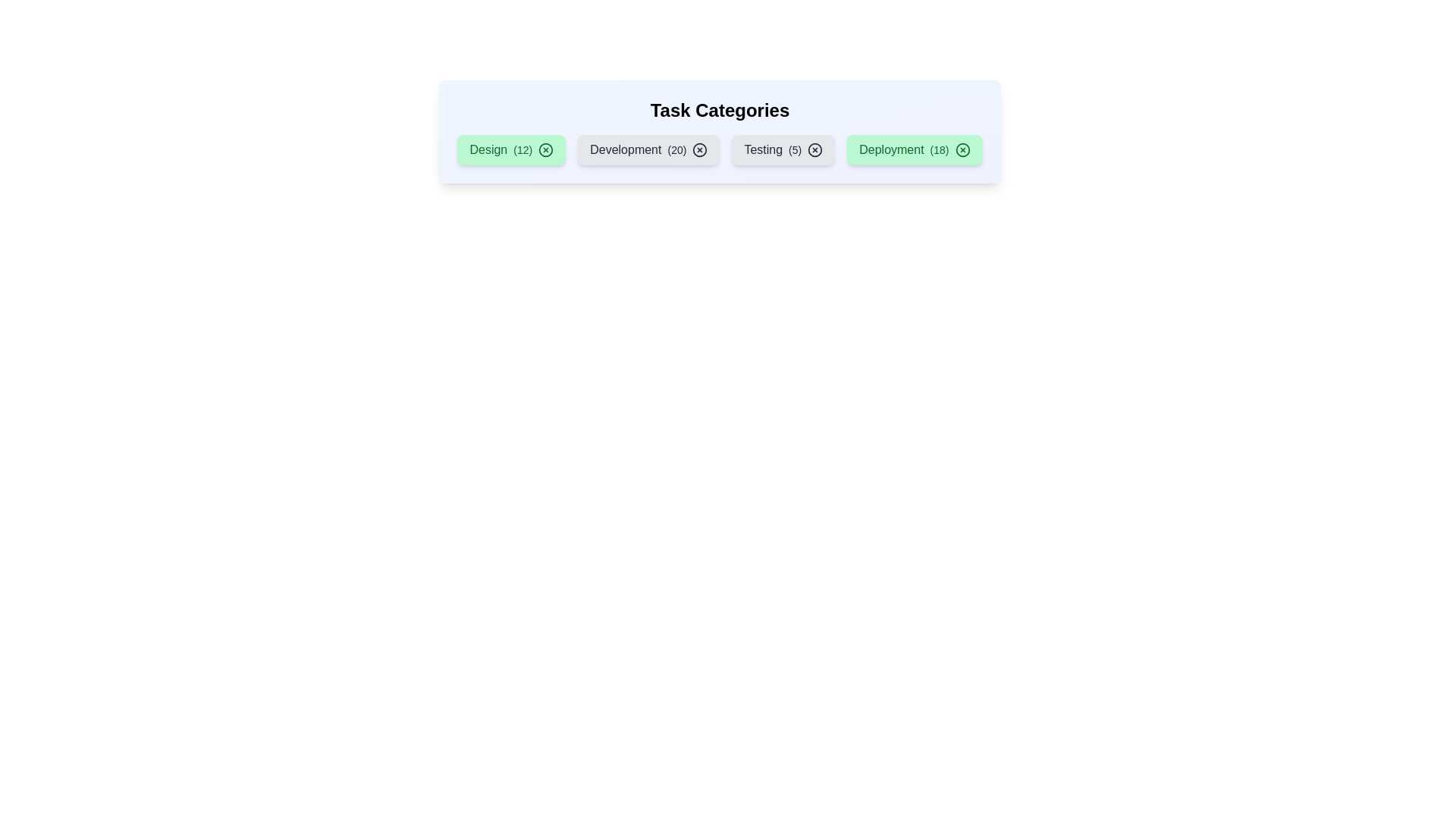  Describe the element at coordinates (783, 149) in the screenshot. I see `the chip labeled Testing` at that location.